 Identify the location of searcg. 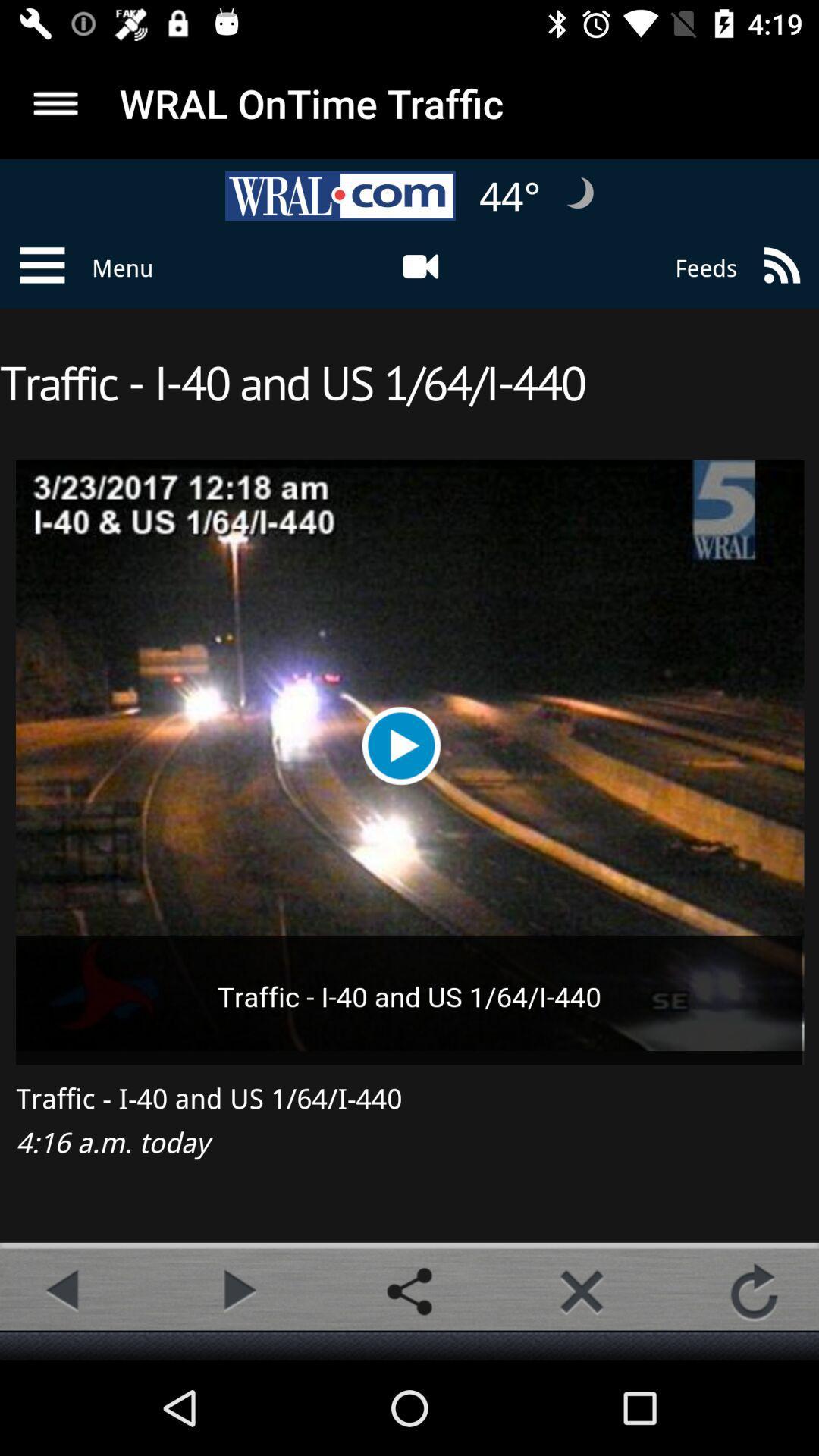
(55, 102).